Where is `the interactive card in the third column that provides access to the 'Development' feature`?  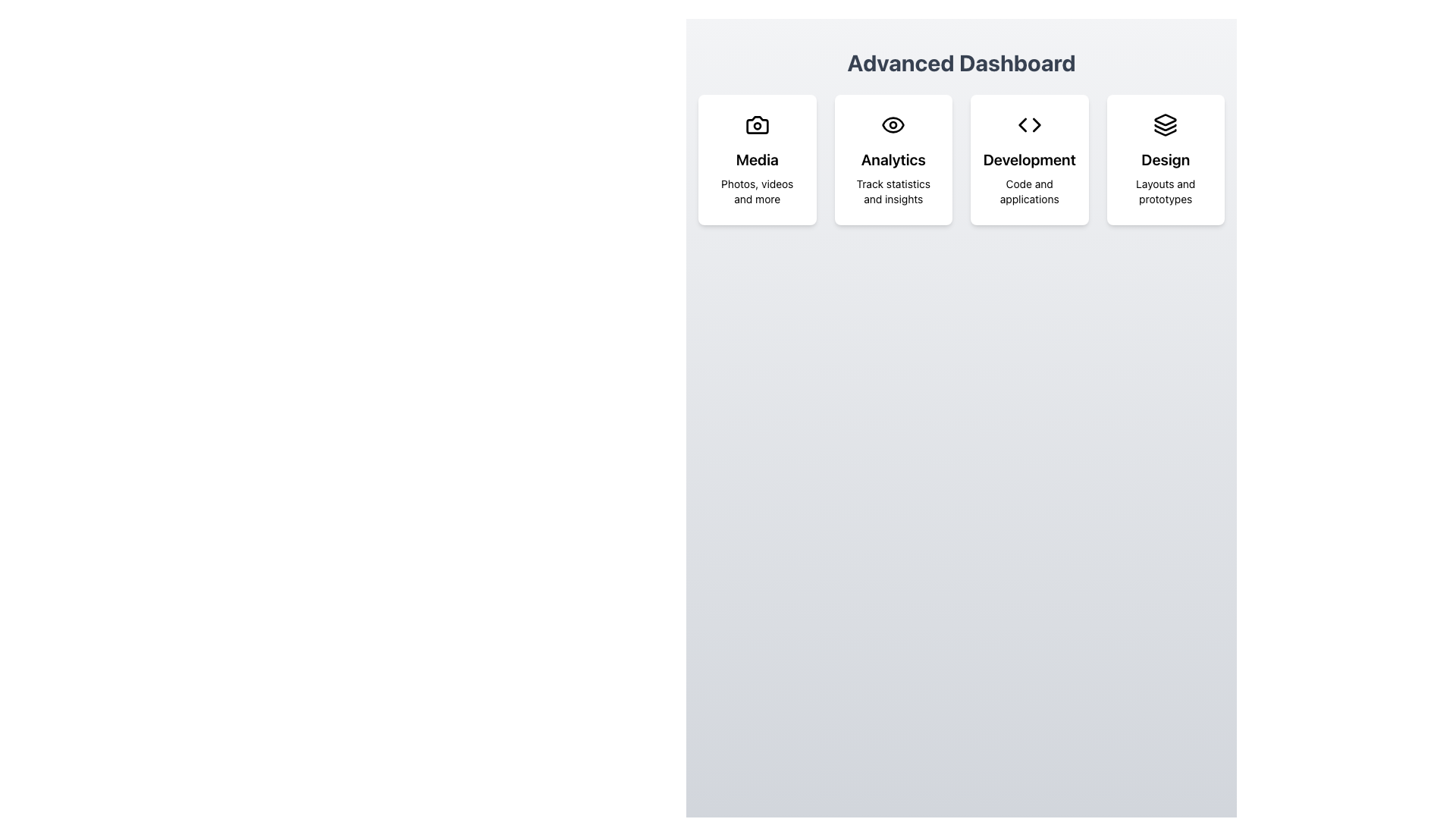
the interactive card in the third column that provides access to the 'Development' feature is located at coordinates (1029, 160).